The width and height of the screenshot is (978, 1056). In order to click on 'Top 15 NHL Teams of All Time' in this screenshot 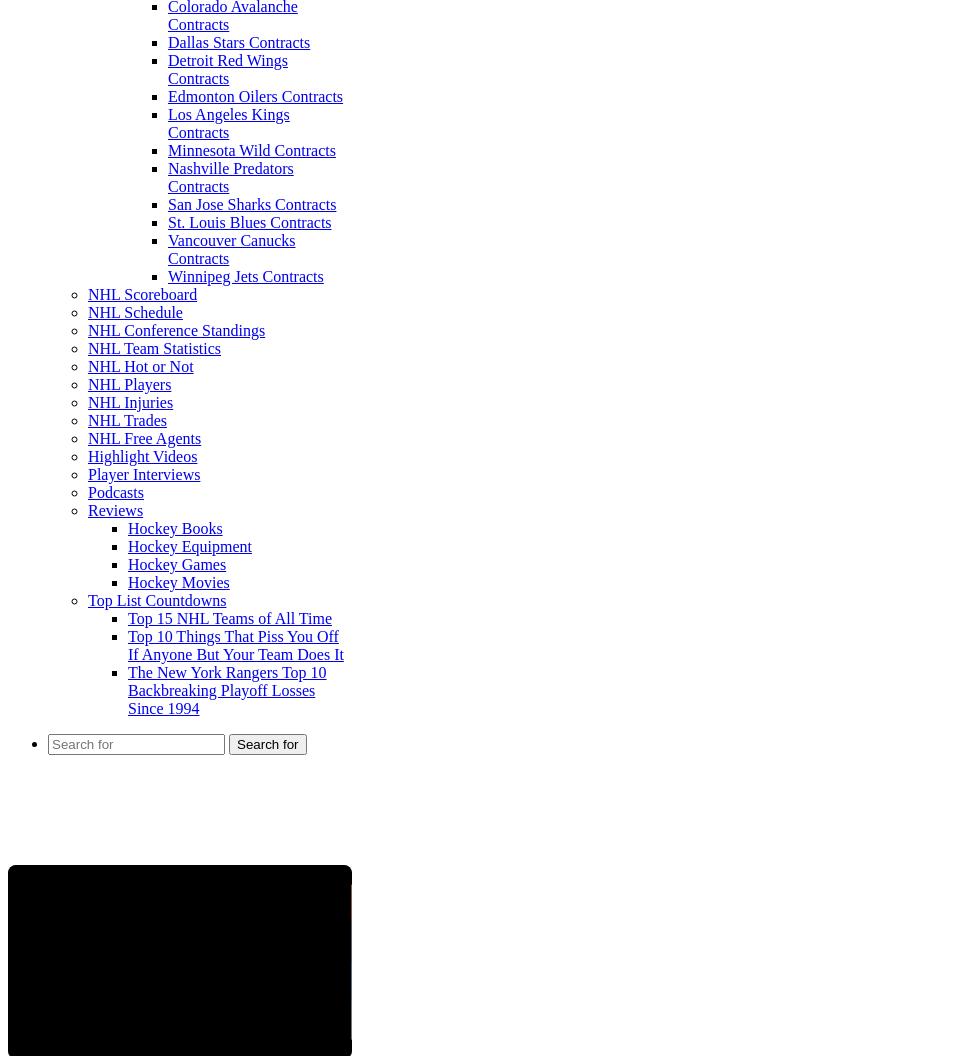, I will do `click(128, 617)`.